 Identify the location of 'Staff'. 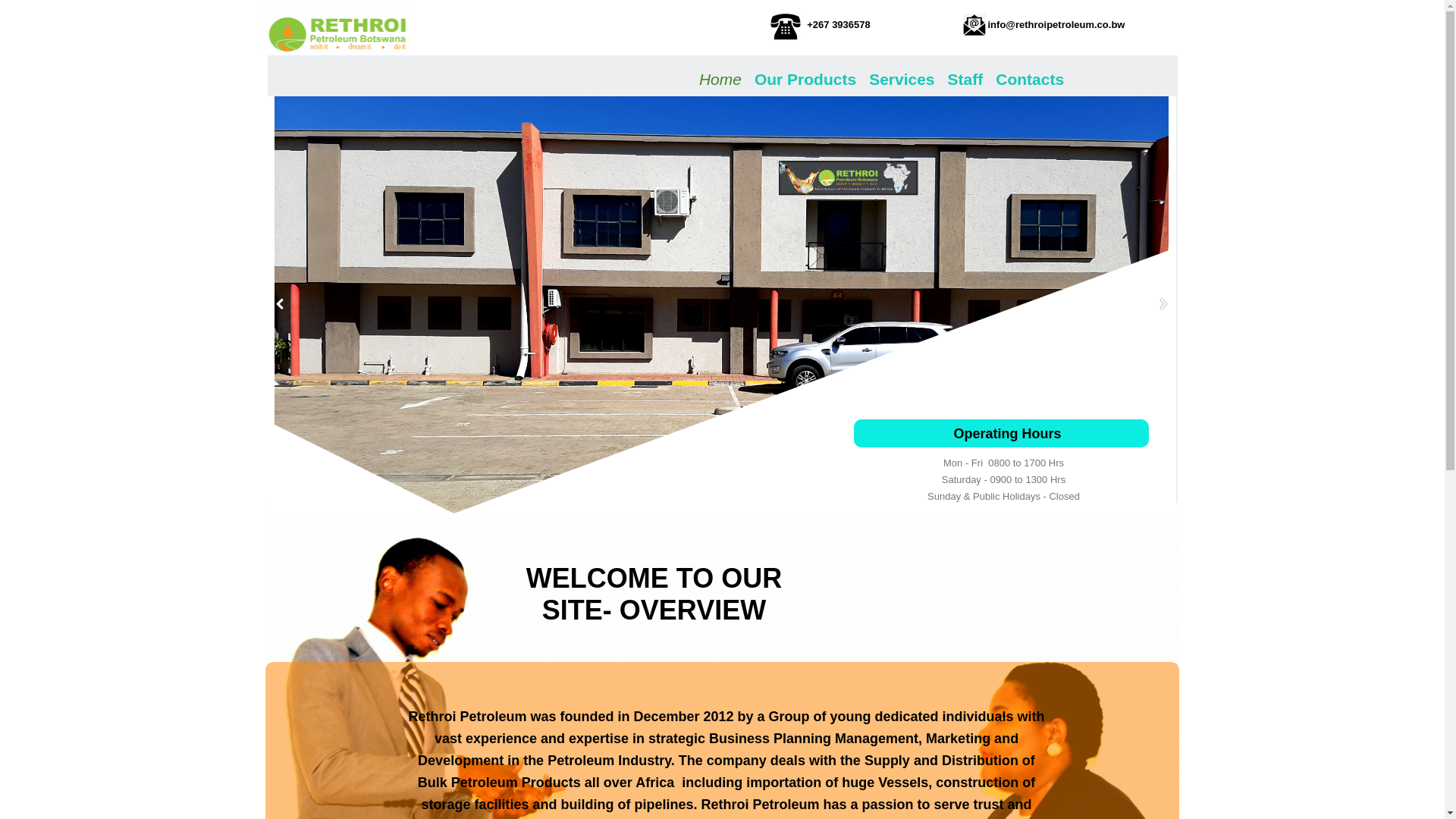
(965, 77).